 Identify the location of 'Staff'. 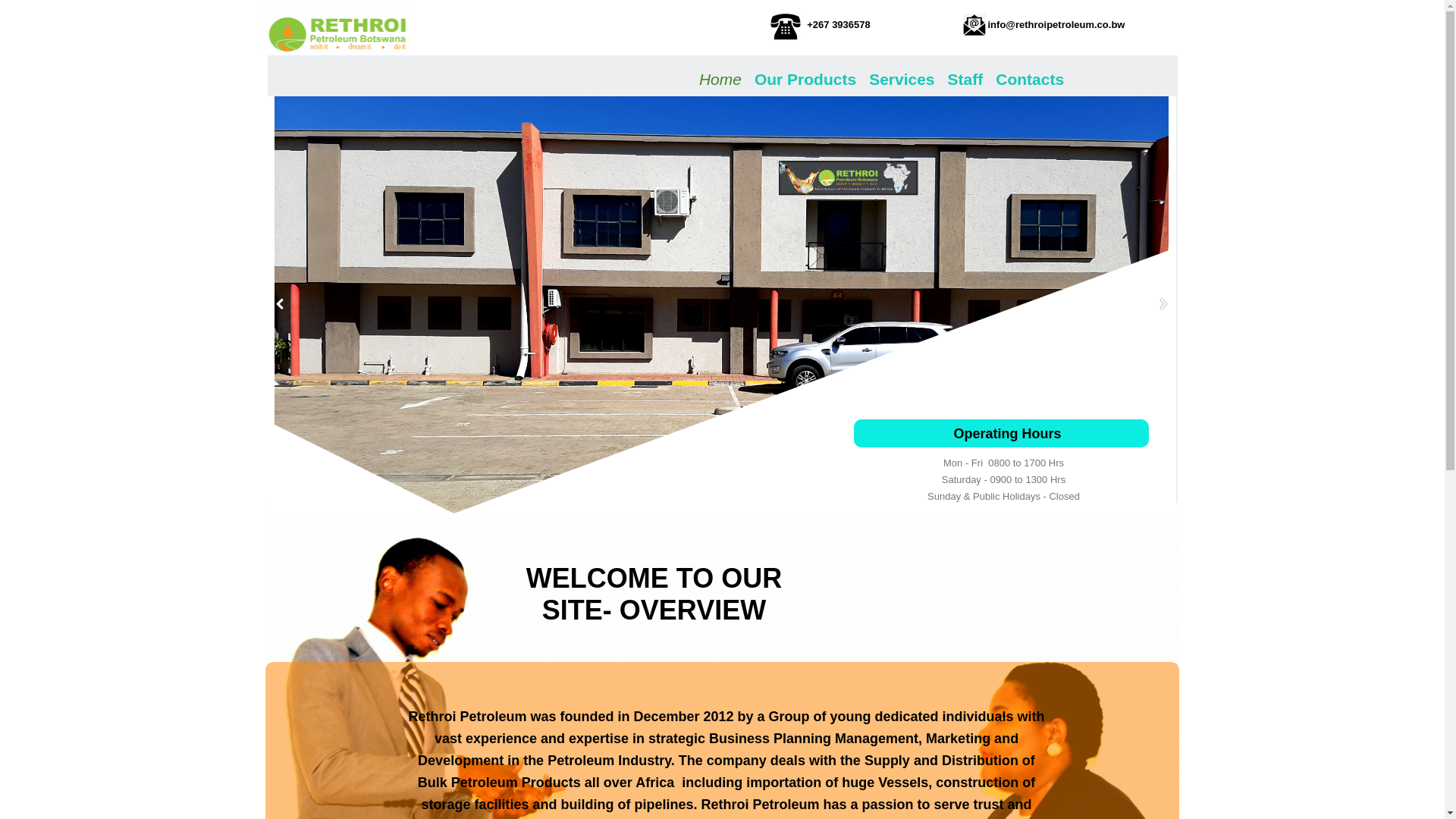
(965, 77).